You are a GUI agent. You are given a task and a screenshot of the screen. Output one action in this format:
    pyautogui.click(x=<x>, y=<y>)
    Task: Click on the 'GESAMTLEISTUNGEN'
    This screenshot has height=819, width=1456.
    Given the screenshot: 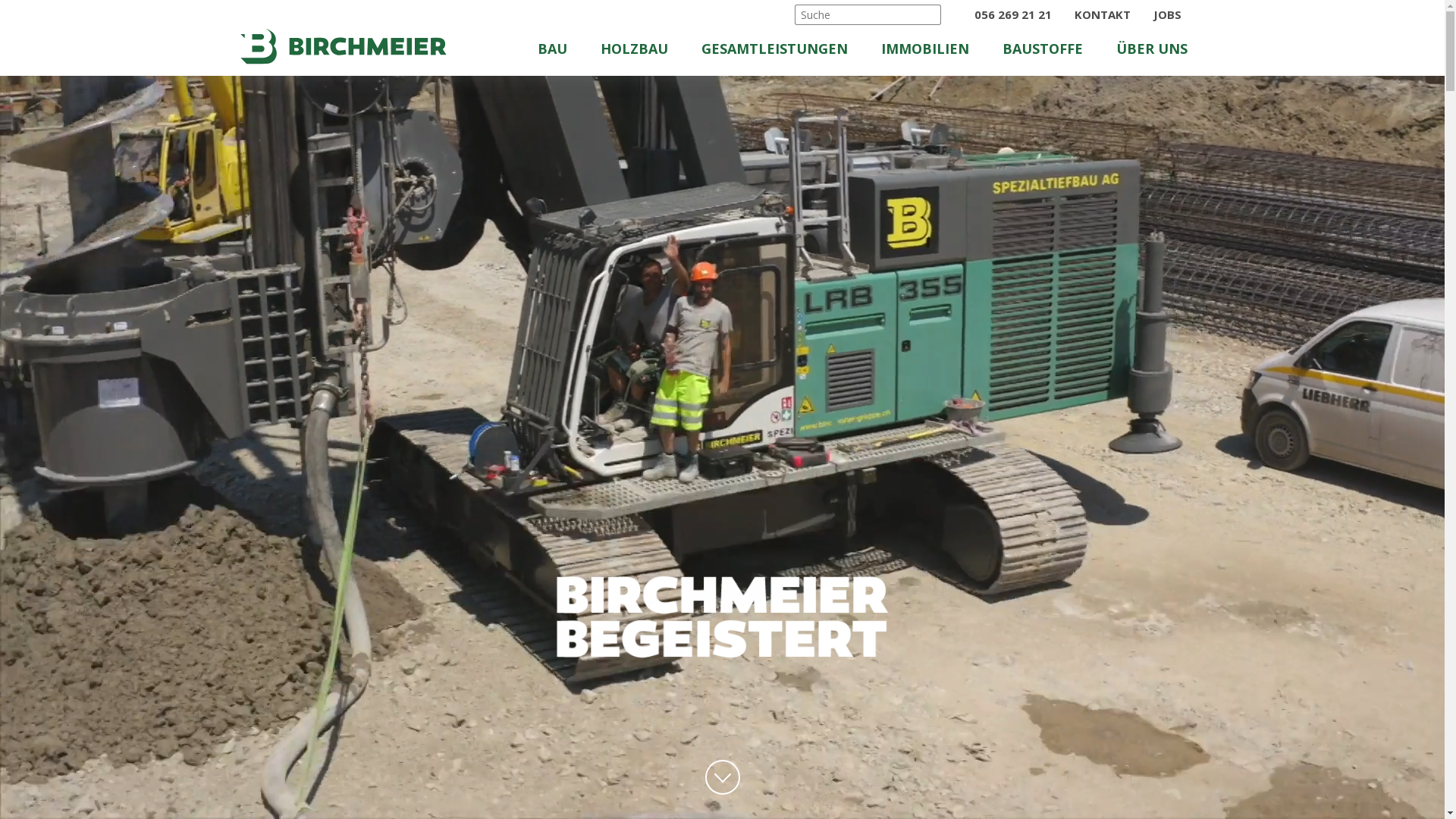 What is the action you would take?
    pyautogui.click(x=784, y=52)
    